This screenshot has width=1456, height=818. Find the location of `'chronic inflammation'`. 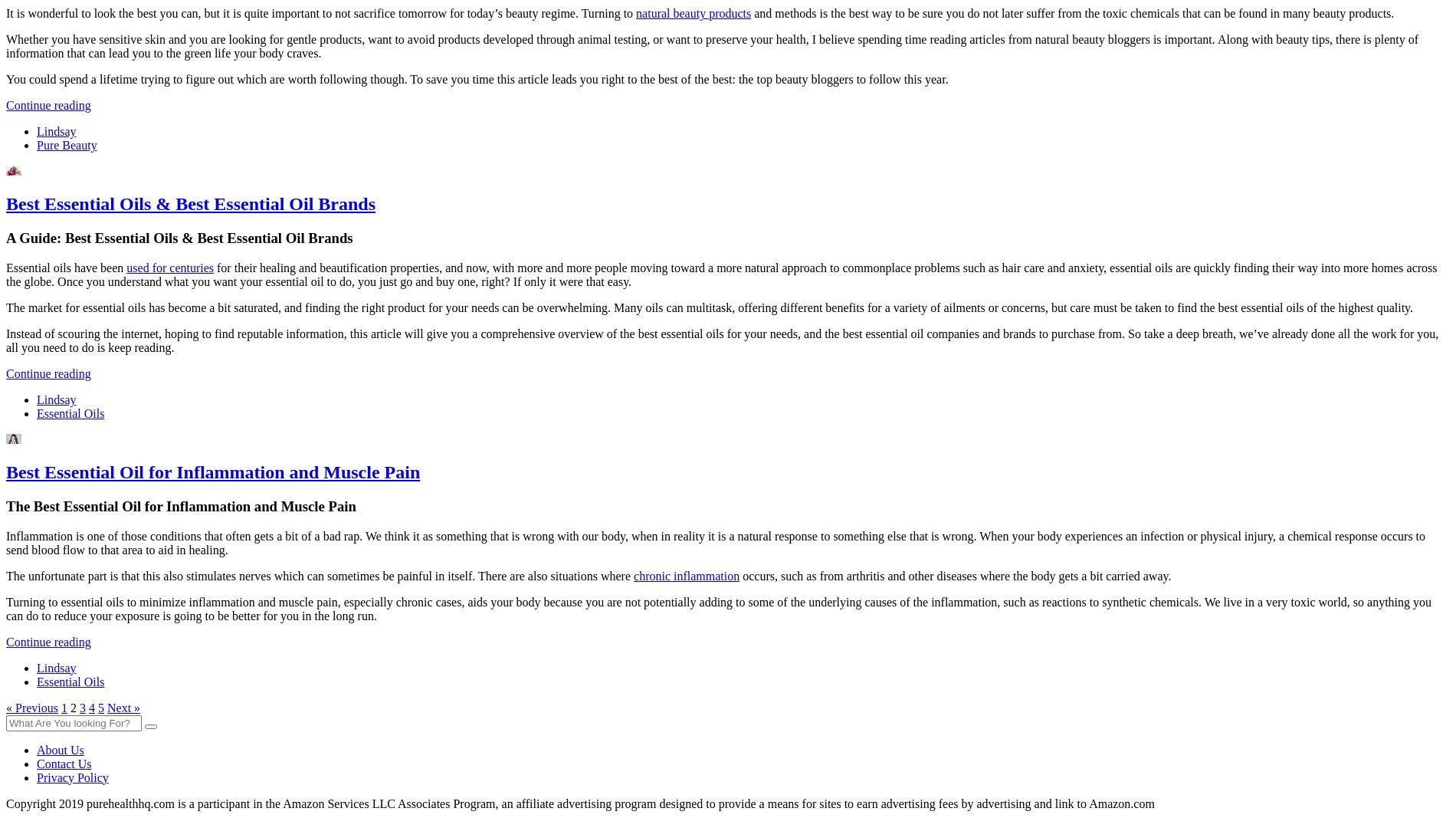

'chronic inflammation' is located at coordinates (633, 574).